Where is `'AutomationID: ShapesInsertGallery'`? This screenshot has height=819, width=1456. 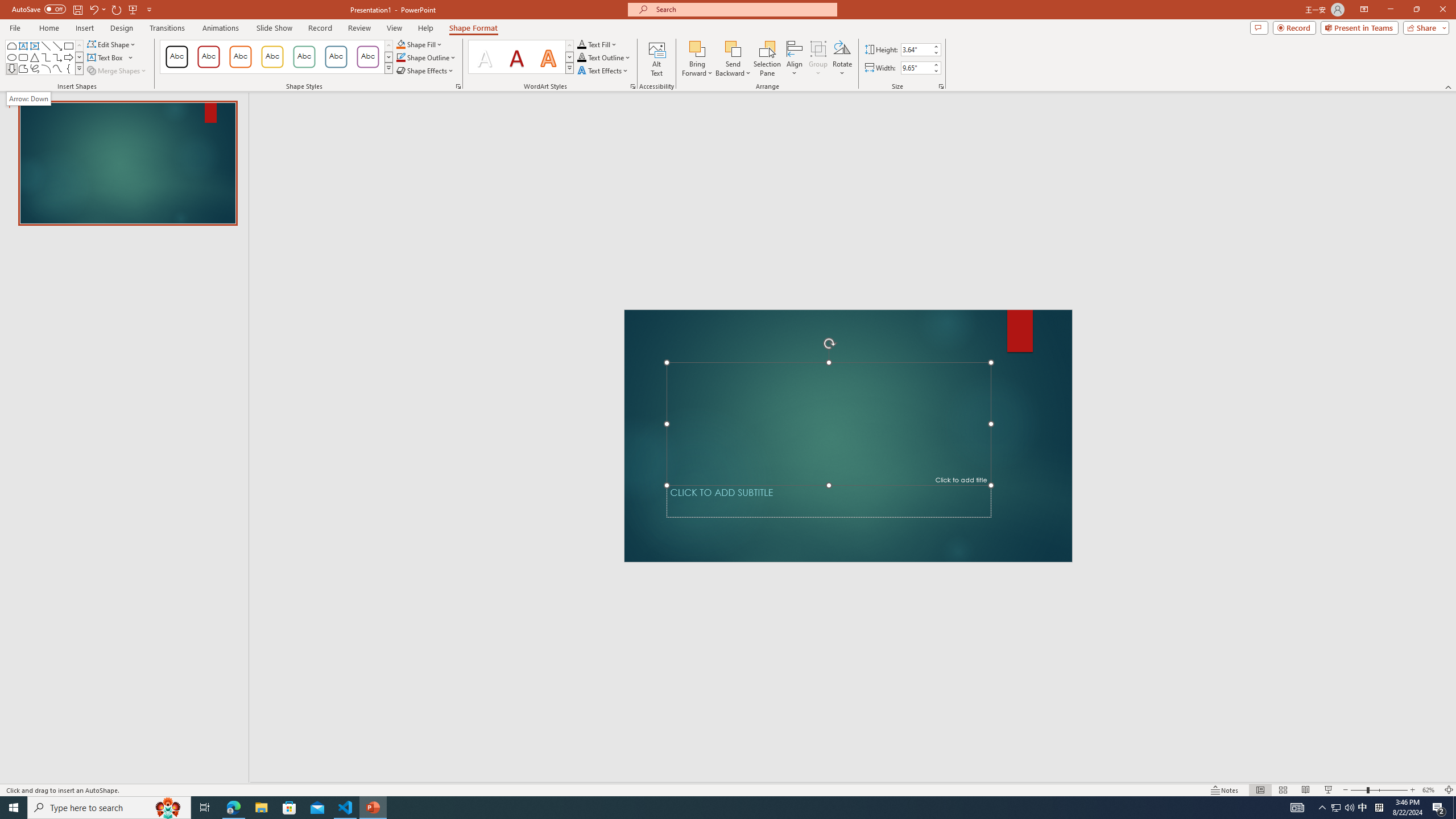
'AutomationID: ShapesInsertGallery' is located at coordinates (44, 57).